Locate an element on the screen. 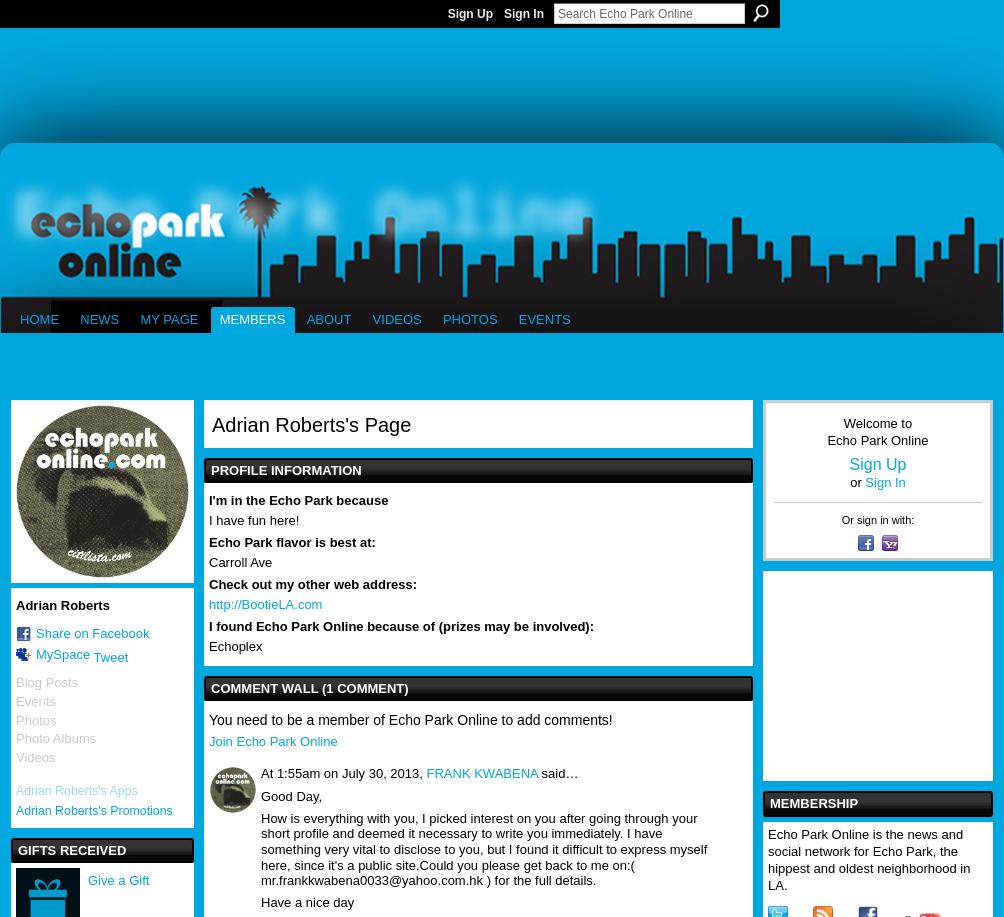 The image size is (1004, 917). 'Blog Posts' is located at coordinates (46, 682).